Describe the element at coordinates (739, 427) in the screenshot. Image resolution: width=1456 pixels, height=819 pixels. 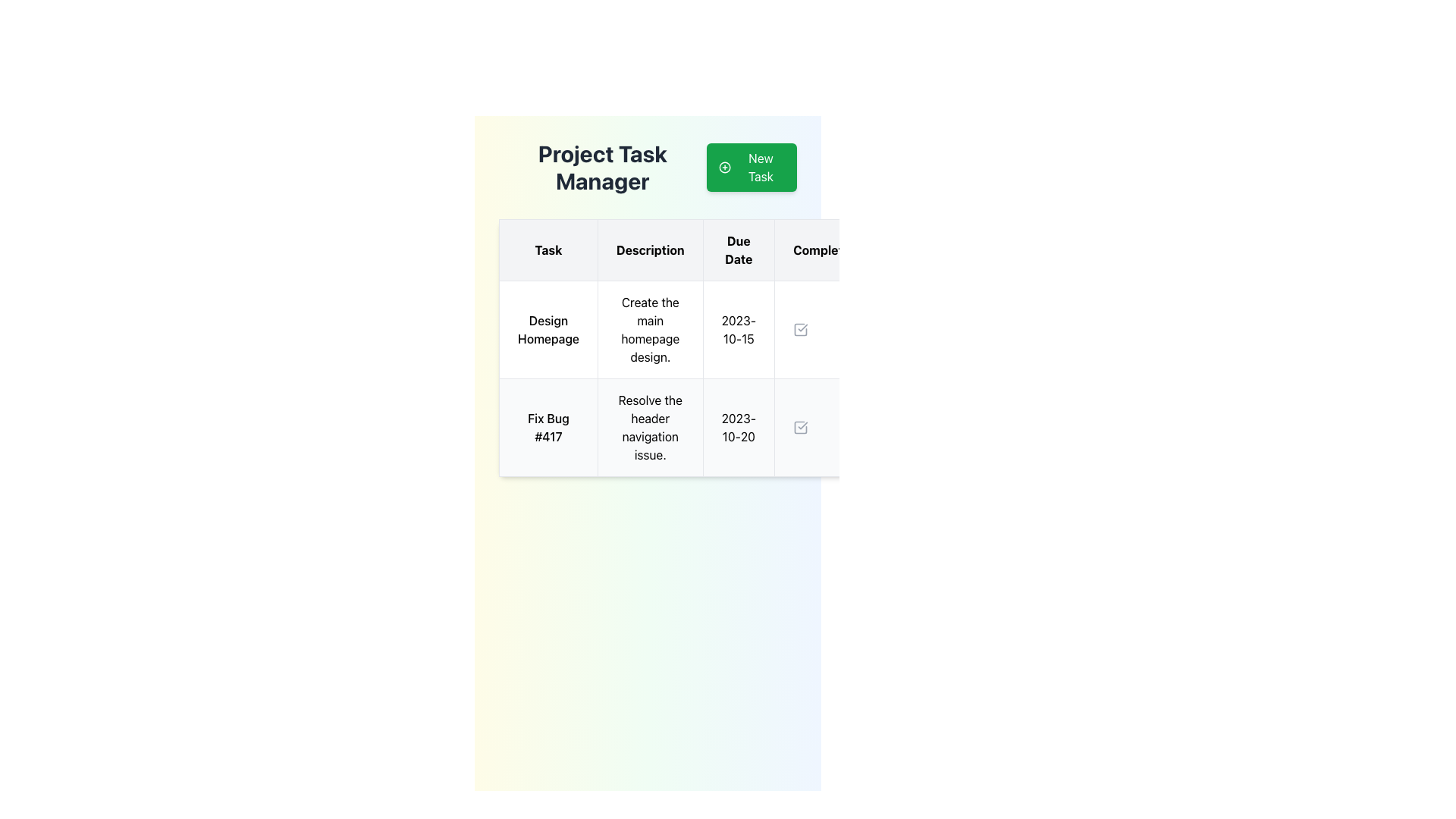
I see `the Text Label displaying '2023-10-20' in the fourth column of the second row of the 'Fix Bug #417' task row` at that location.